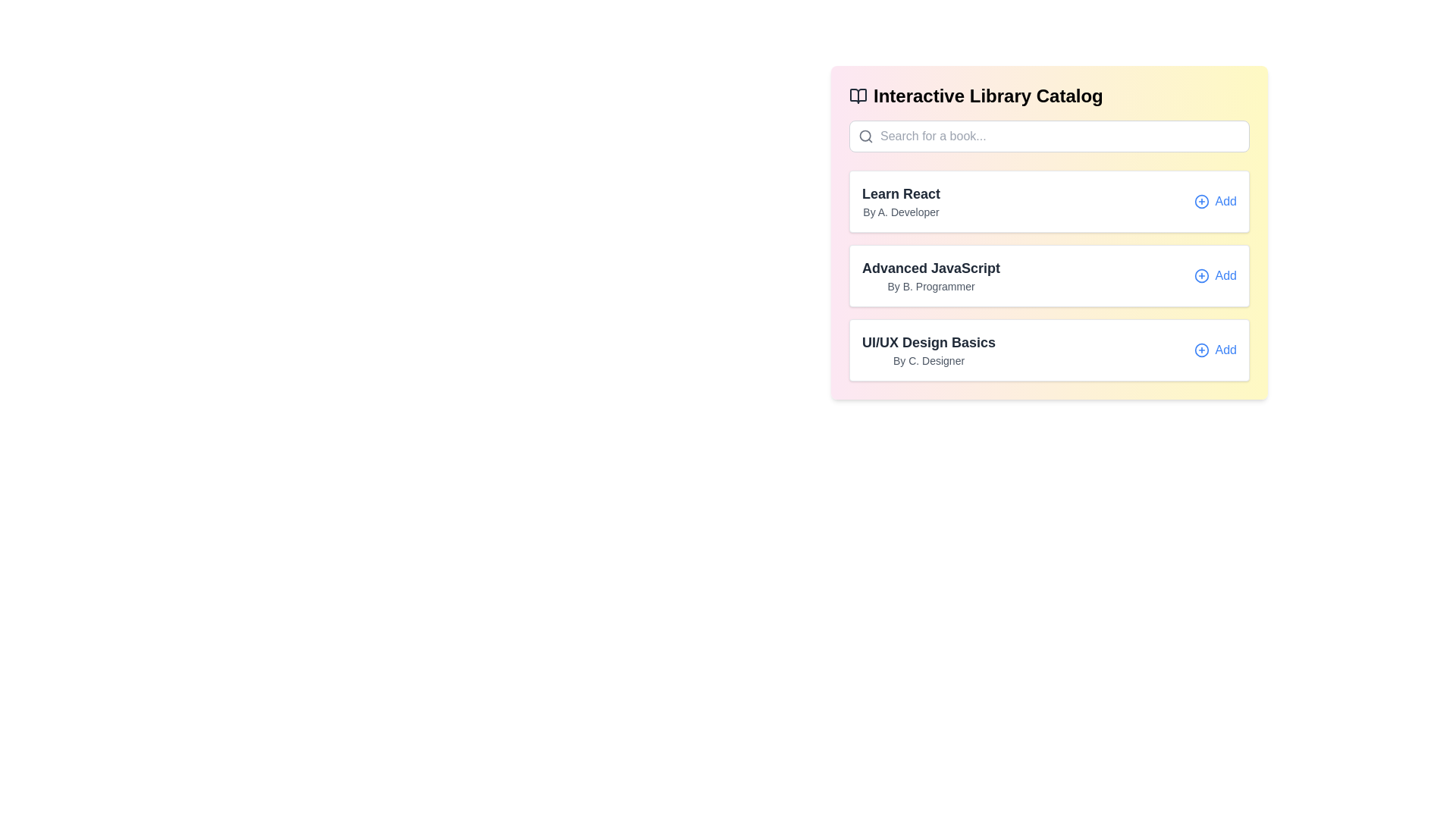 Image resolution: width=1456 pixels, height=819 pixels. I want to click on the text label displaying 'By A. Developer', located below the title 'Learn React' in the first book card of the library catalog, so click(901, 212).